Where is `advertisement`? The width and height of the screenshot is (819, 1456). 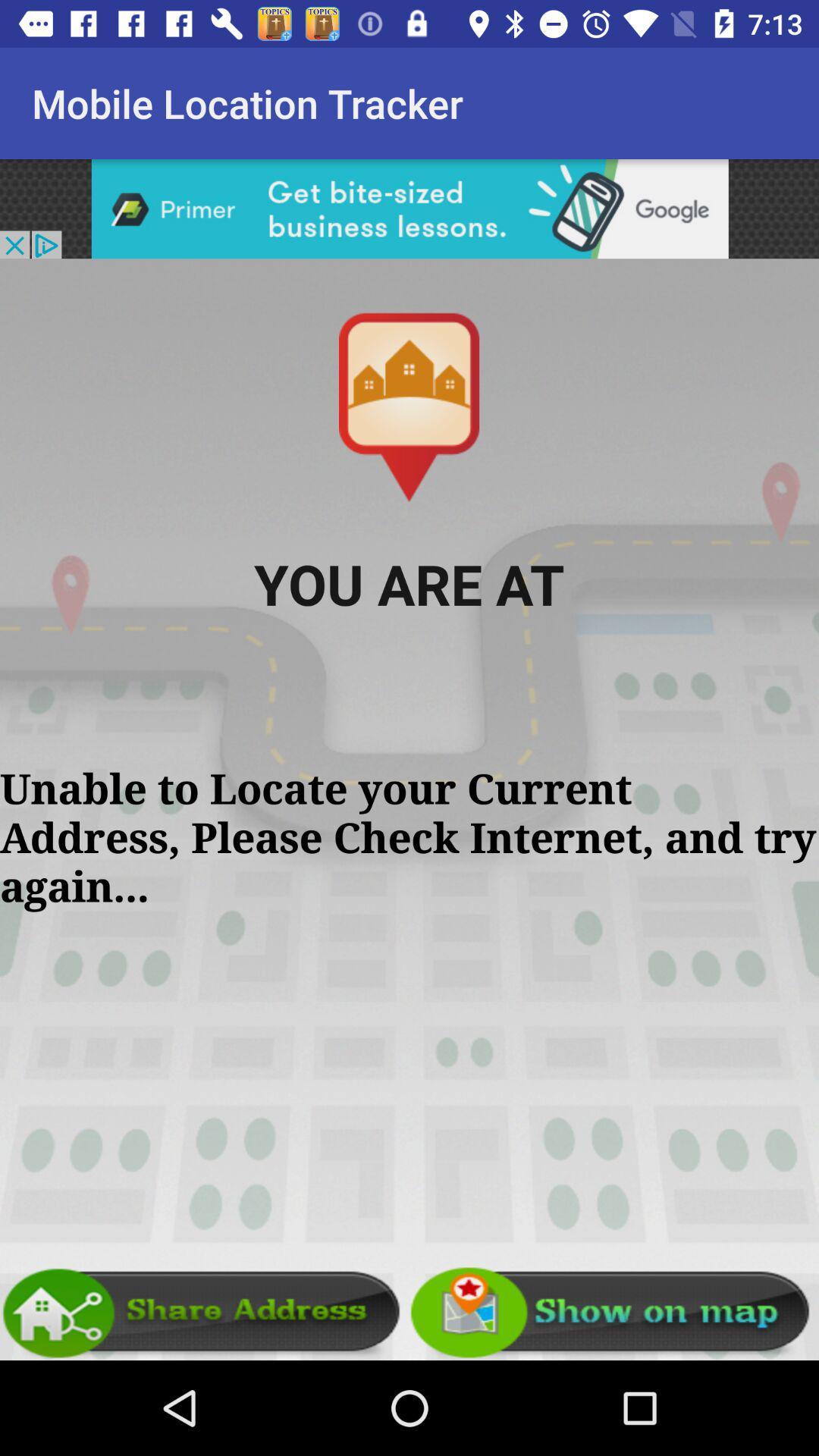
advertisement is located at coordinates (409, 208).